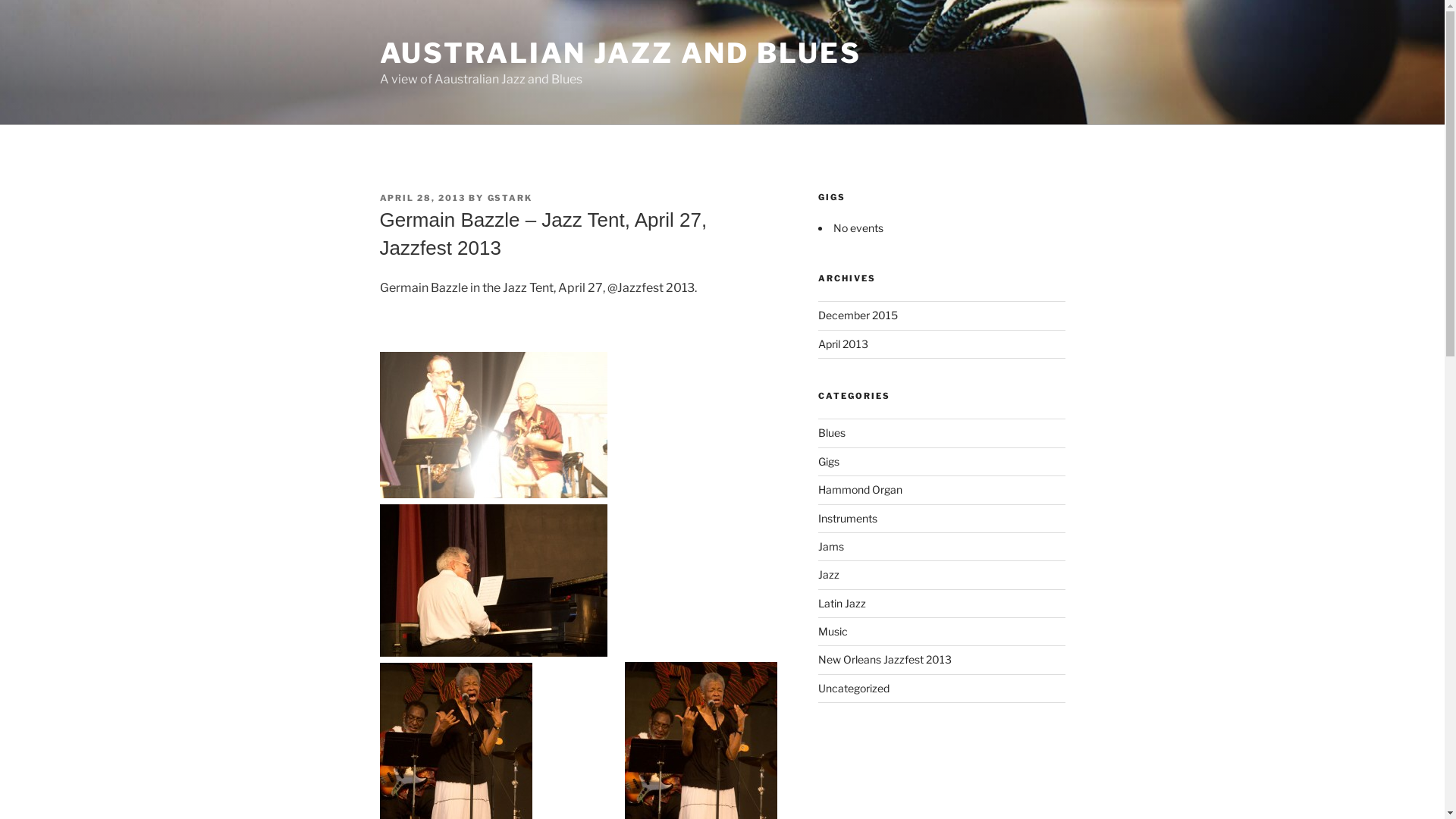 The image size is (1456, 819). I want to click on 'Music', so click(832, 631).